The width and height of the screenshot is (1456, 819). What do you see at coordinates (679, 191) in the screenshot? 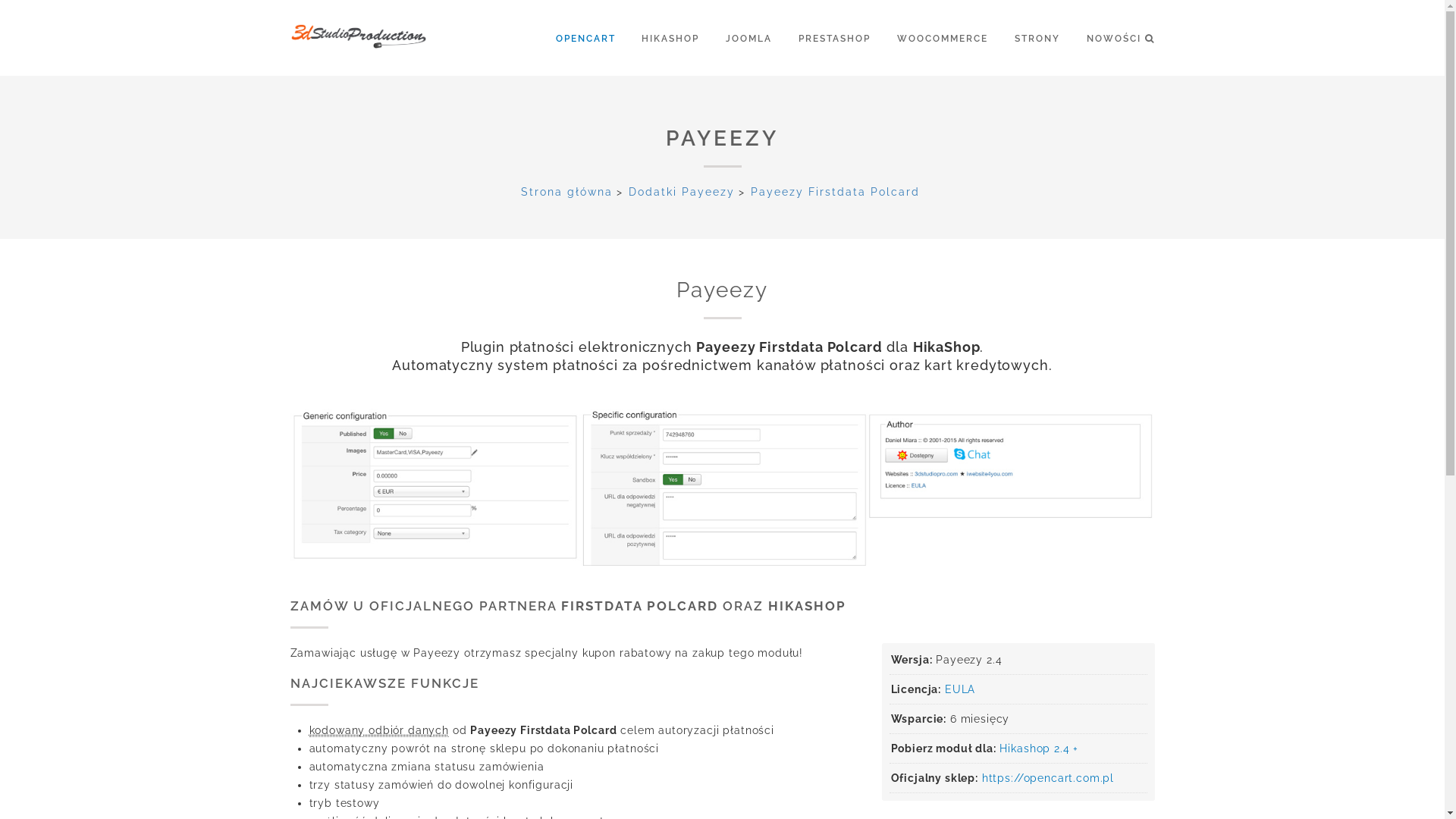
I see `'Dodatki Payeezy'` at bounding box center [679, 191].